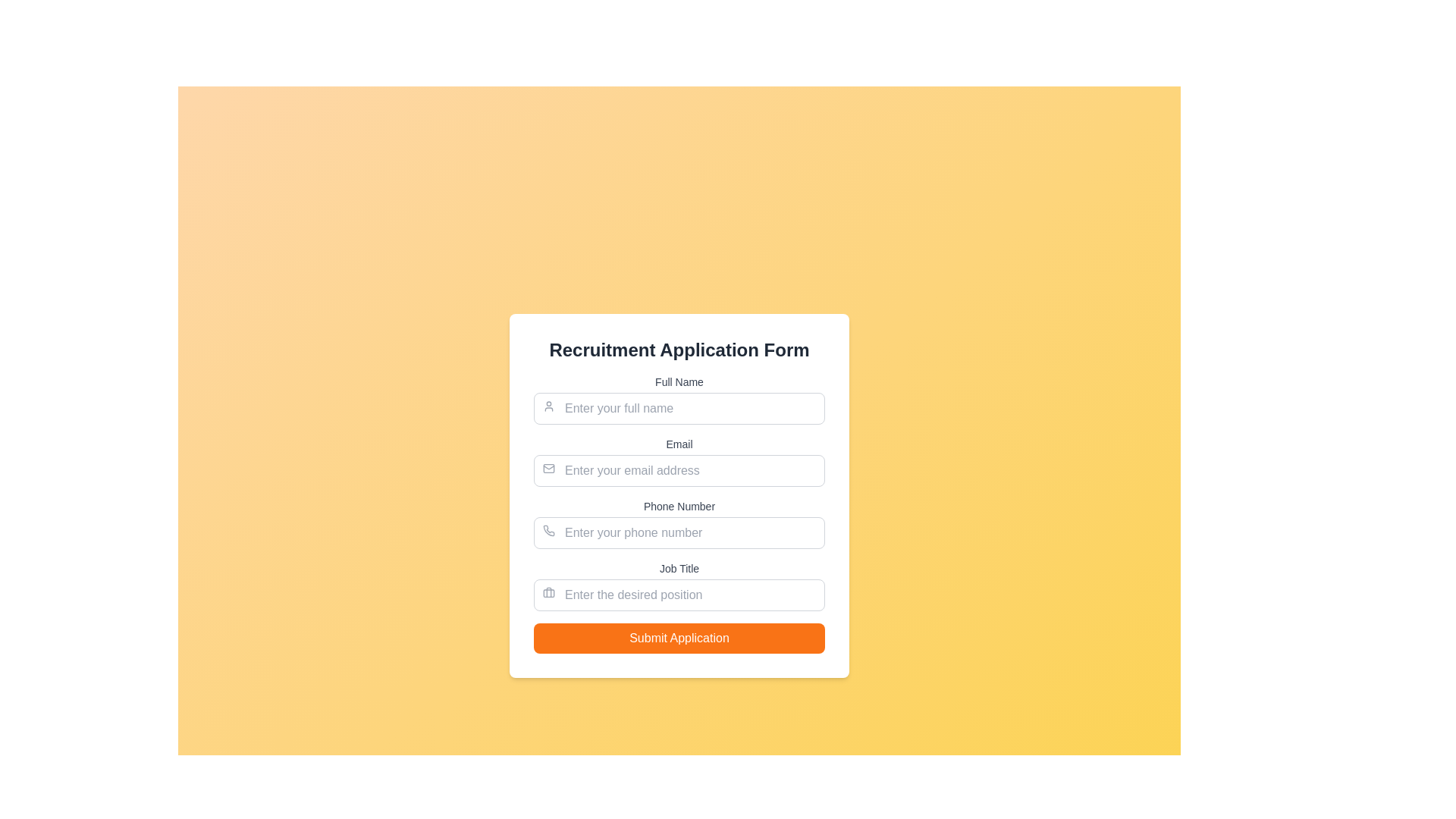 The image size is (1456, 819). I want to click on the decorative icon located on the left side of the job title input field in the recruitment application form, so click(548, 592).